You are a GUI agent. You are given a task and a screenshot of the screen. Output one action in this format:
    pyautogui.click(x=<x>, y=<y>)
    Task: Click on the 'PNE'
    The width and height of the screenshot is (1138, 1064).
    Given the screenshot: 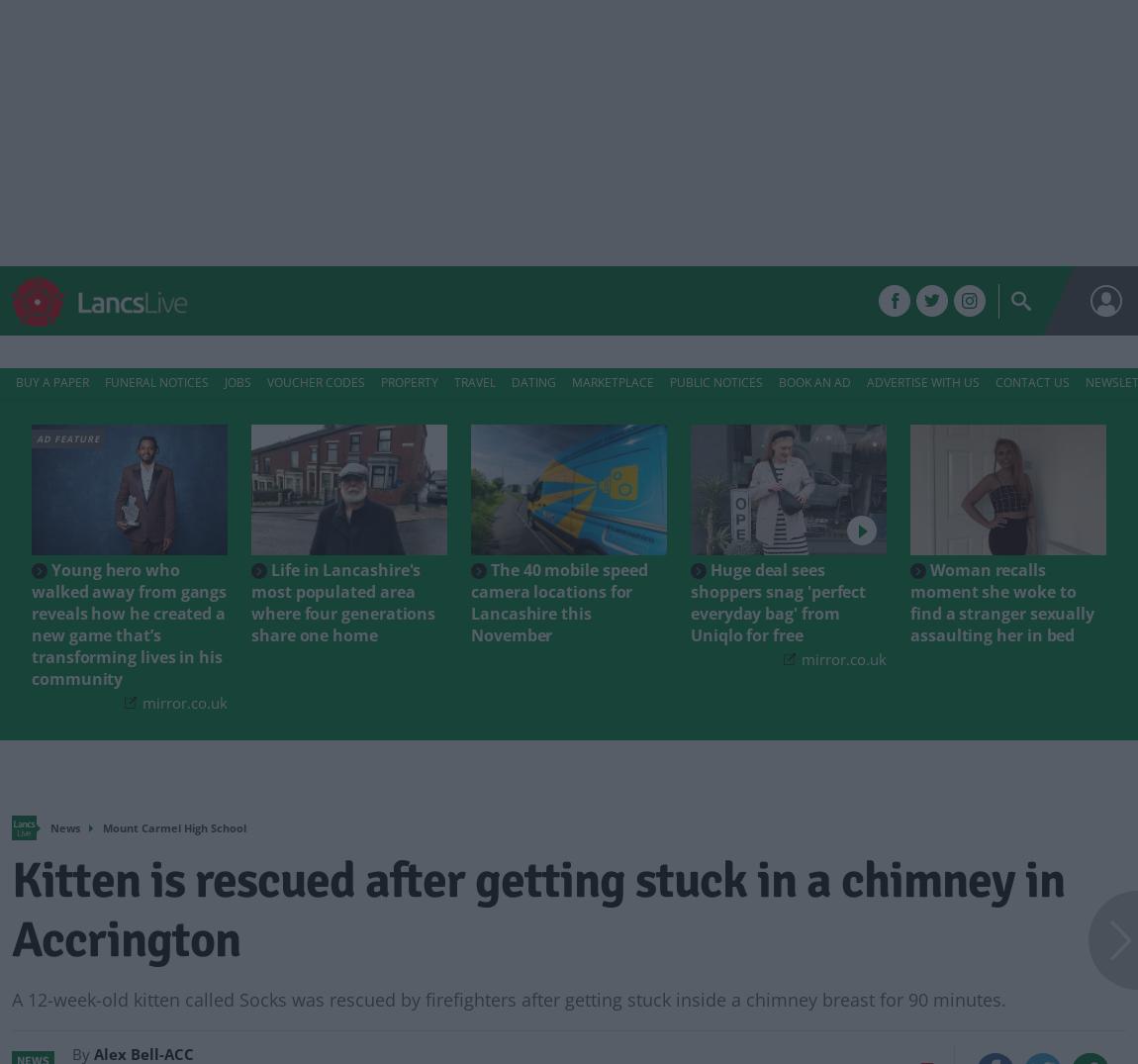 What is the action you would take?
    pyautogui.click(x=636, y=300)
    